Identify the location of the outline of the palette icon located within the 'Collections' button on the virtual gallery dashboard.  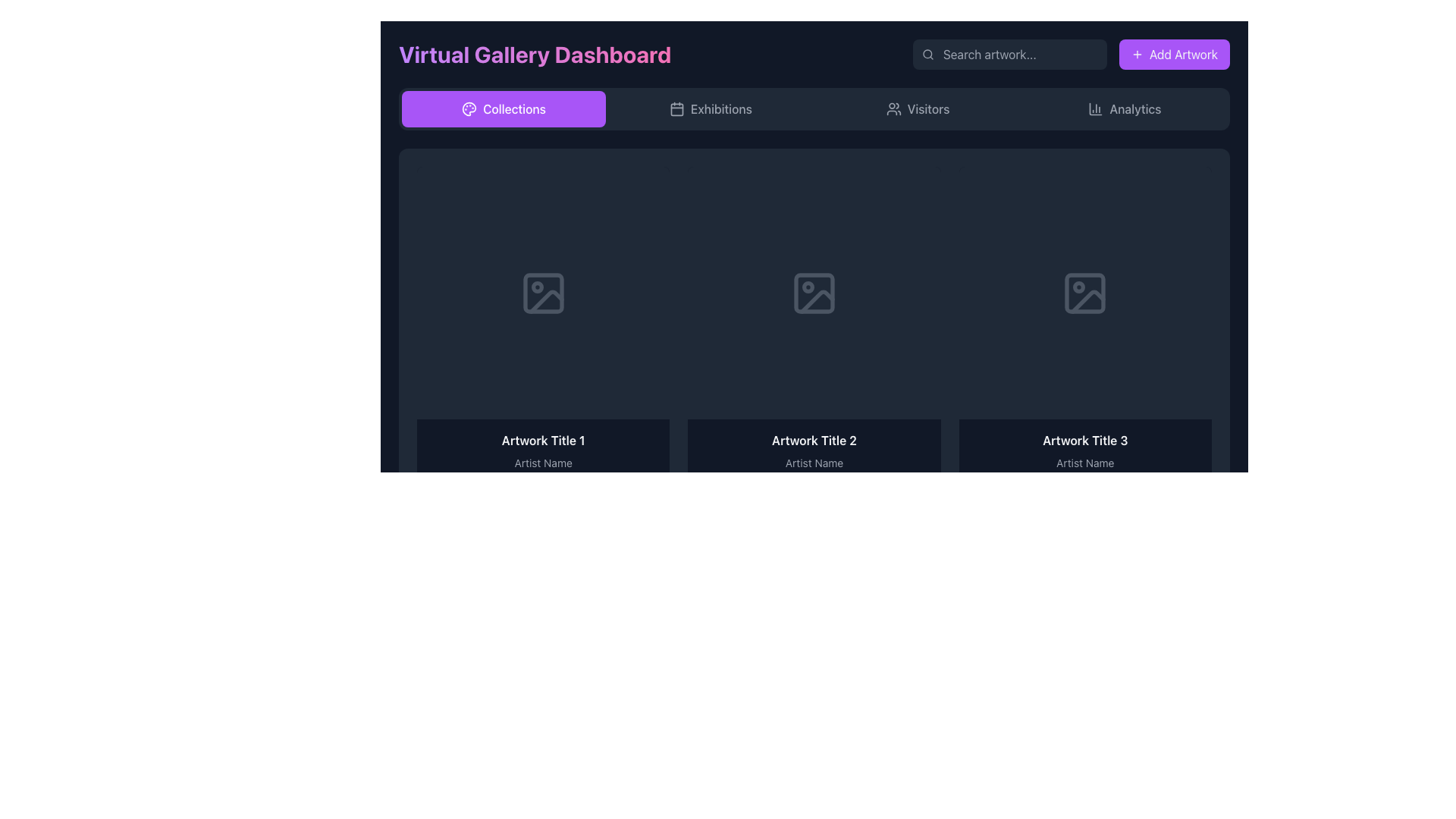
(469, 108).